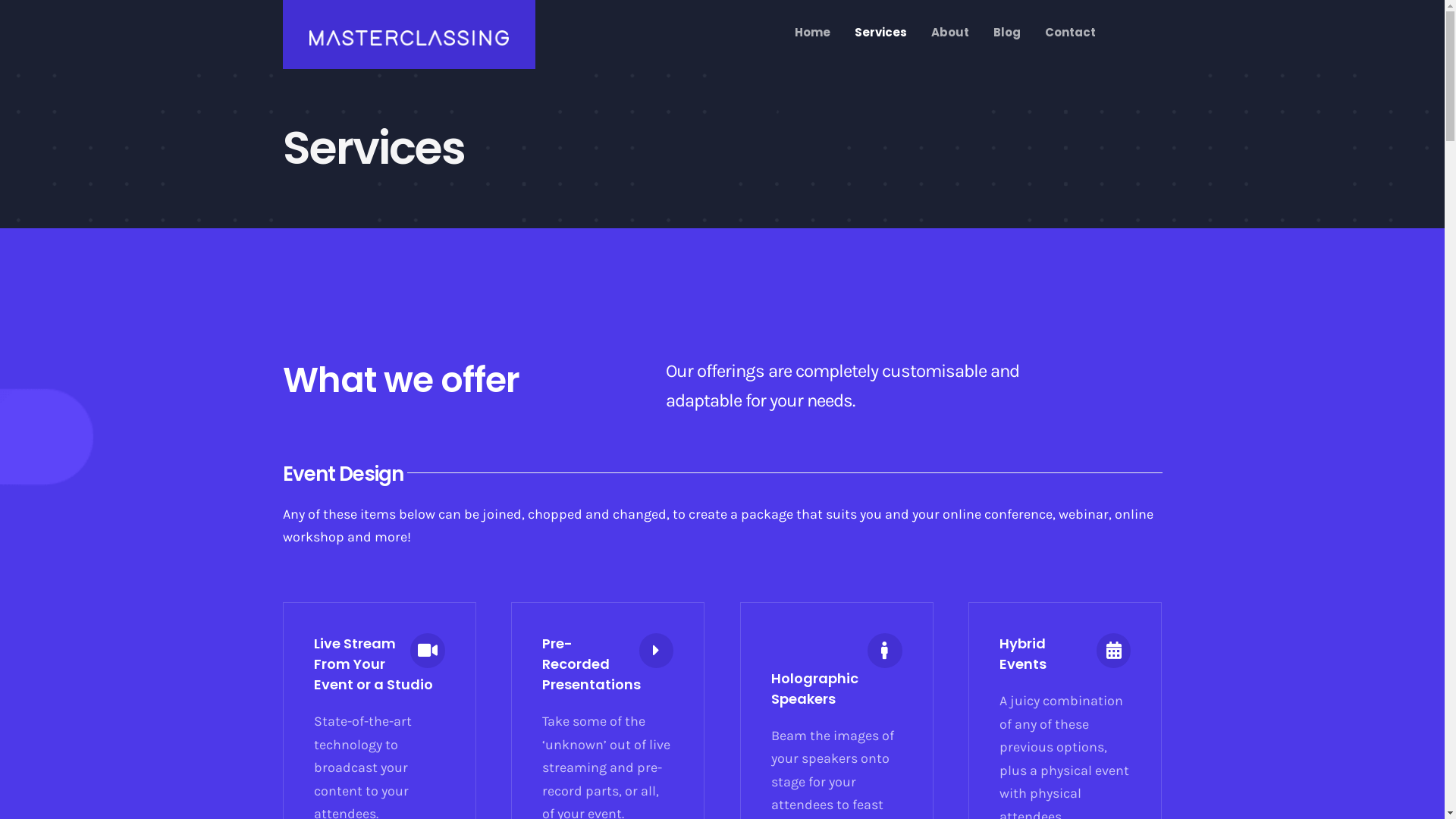 This screenshot has height=819, width=1456. I want to click on 'Blog', so click(1007, 32).